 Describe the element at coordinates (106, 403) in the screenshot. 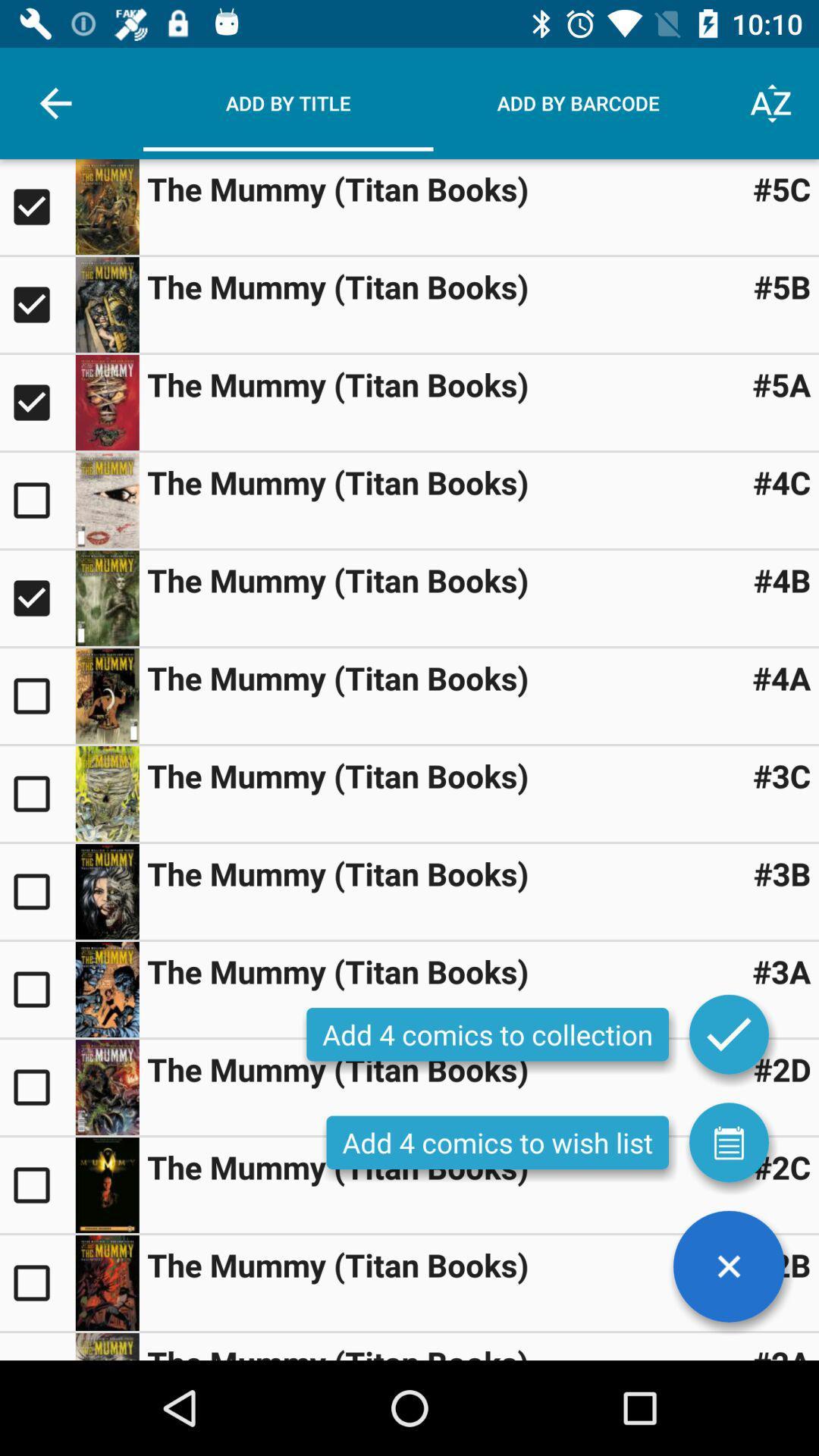

I see `enlarge image` at that location.